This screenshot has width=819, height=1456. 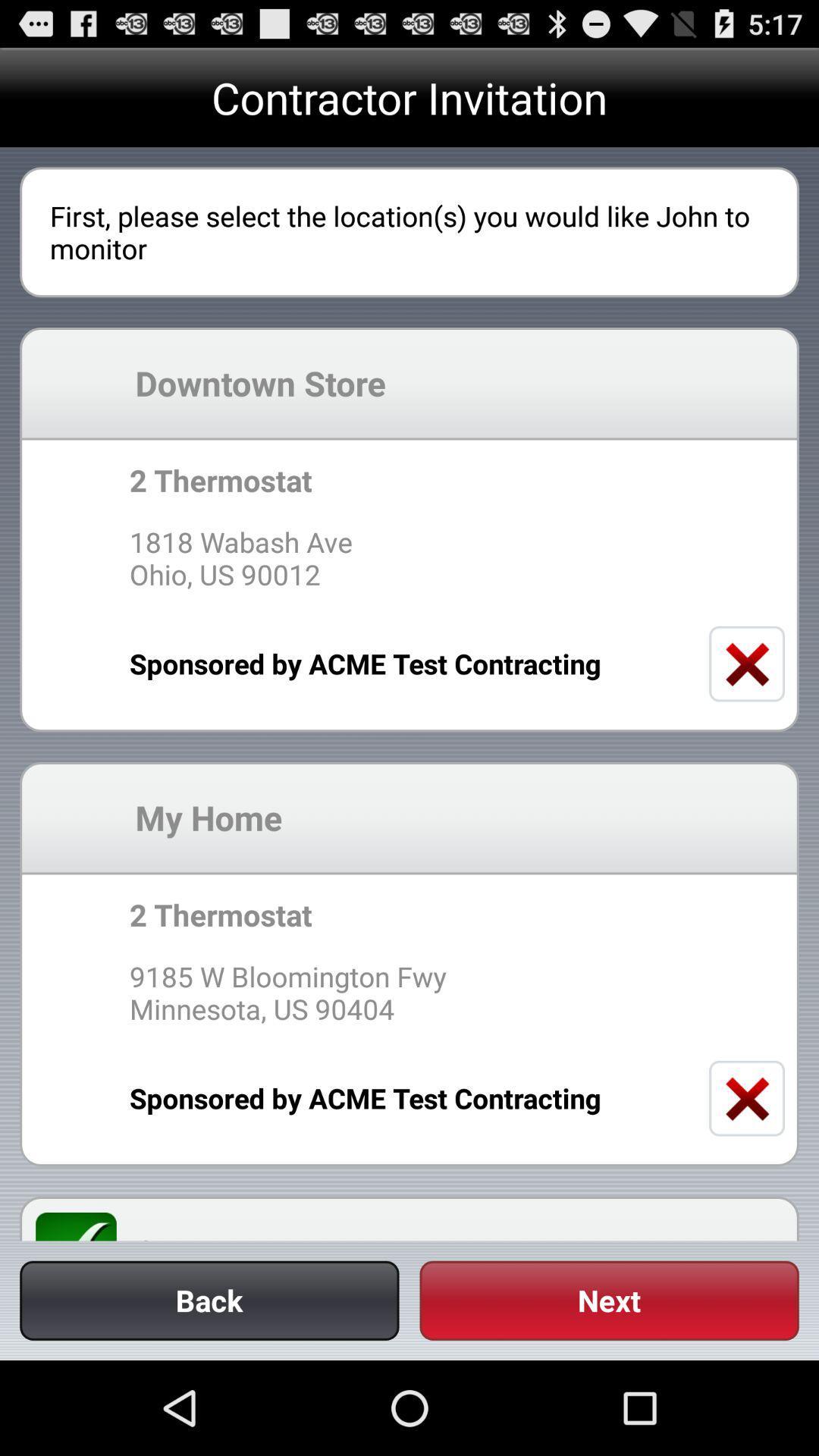 What do you see at coordinates (409, 557) in the screenshot?
I see `the 1818 wabash ave` at bounding box center [409, 557].